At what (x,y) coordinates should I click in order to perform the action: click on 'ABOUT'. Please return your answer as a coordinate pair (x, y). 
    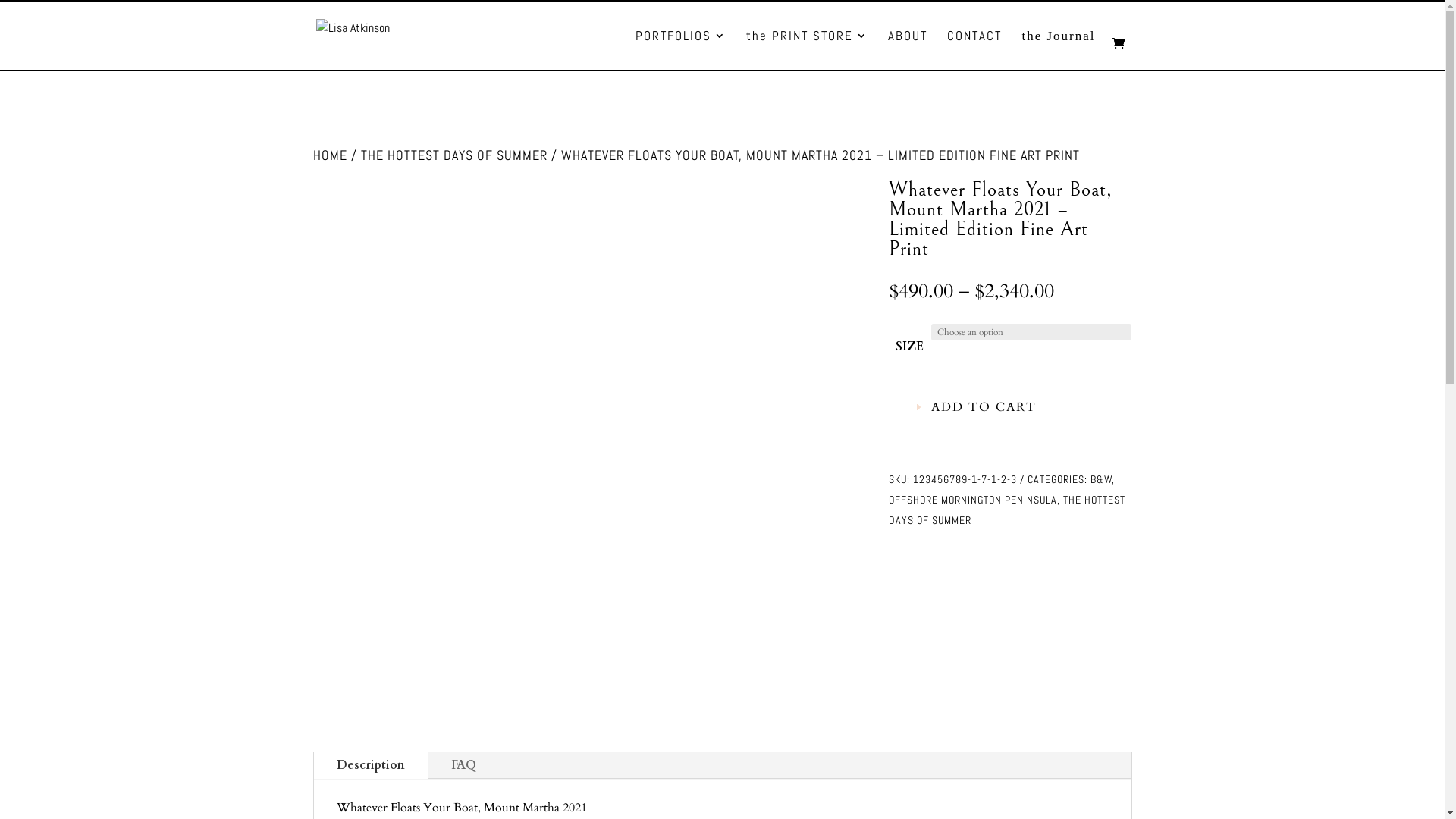
    Looking at the image, I should click on (907, 49).